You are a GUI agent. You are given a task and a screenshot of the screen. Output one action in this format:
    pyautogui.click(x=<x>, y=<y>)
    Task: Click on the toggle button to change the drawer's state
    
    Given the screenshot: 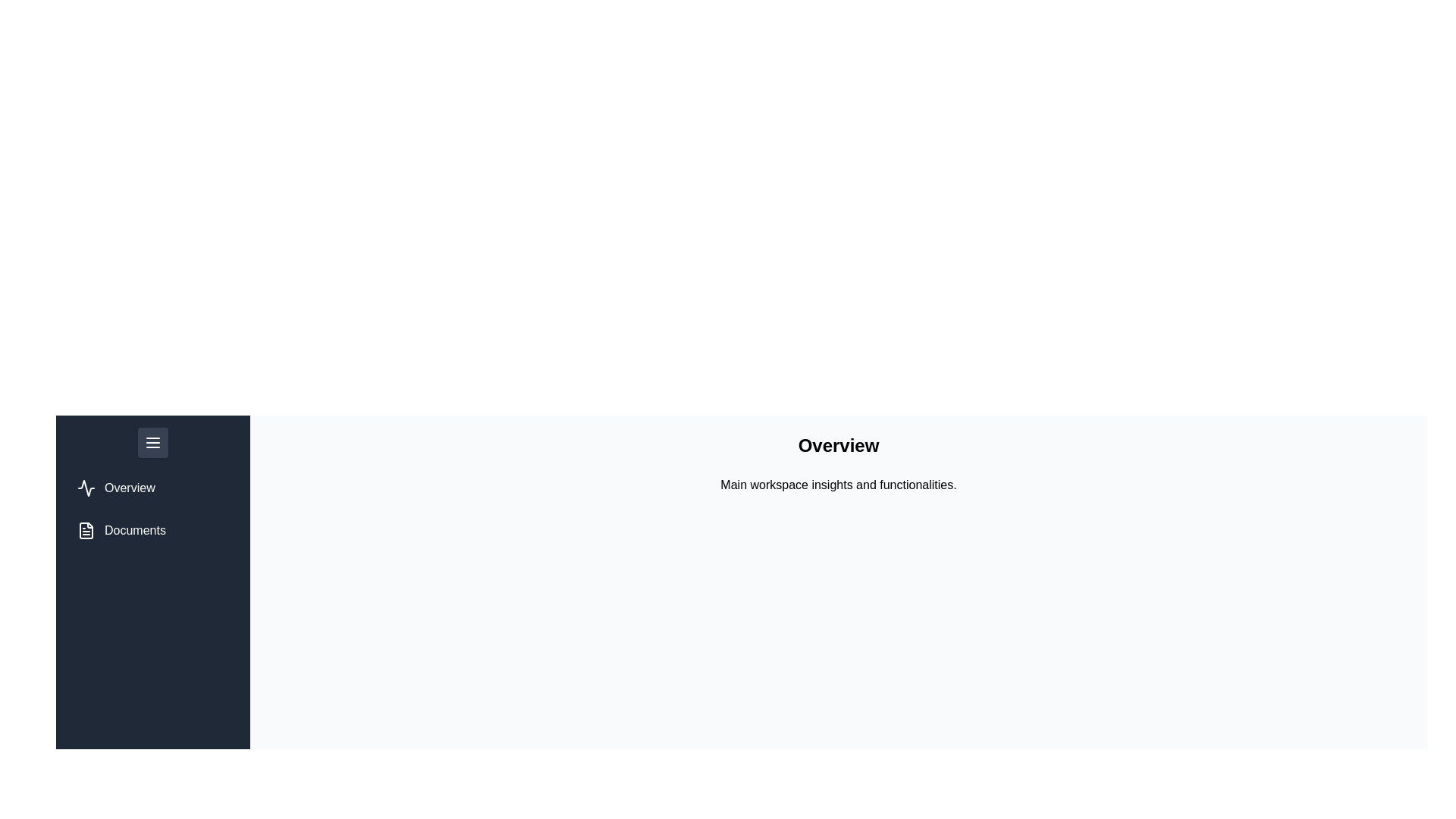 What is the action you would take?
    pyautogui.click(x=152, y=442)
    